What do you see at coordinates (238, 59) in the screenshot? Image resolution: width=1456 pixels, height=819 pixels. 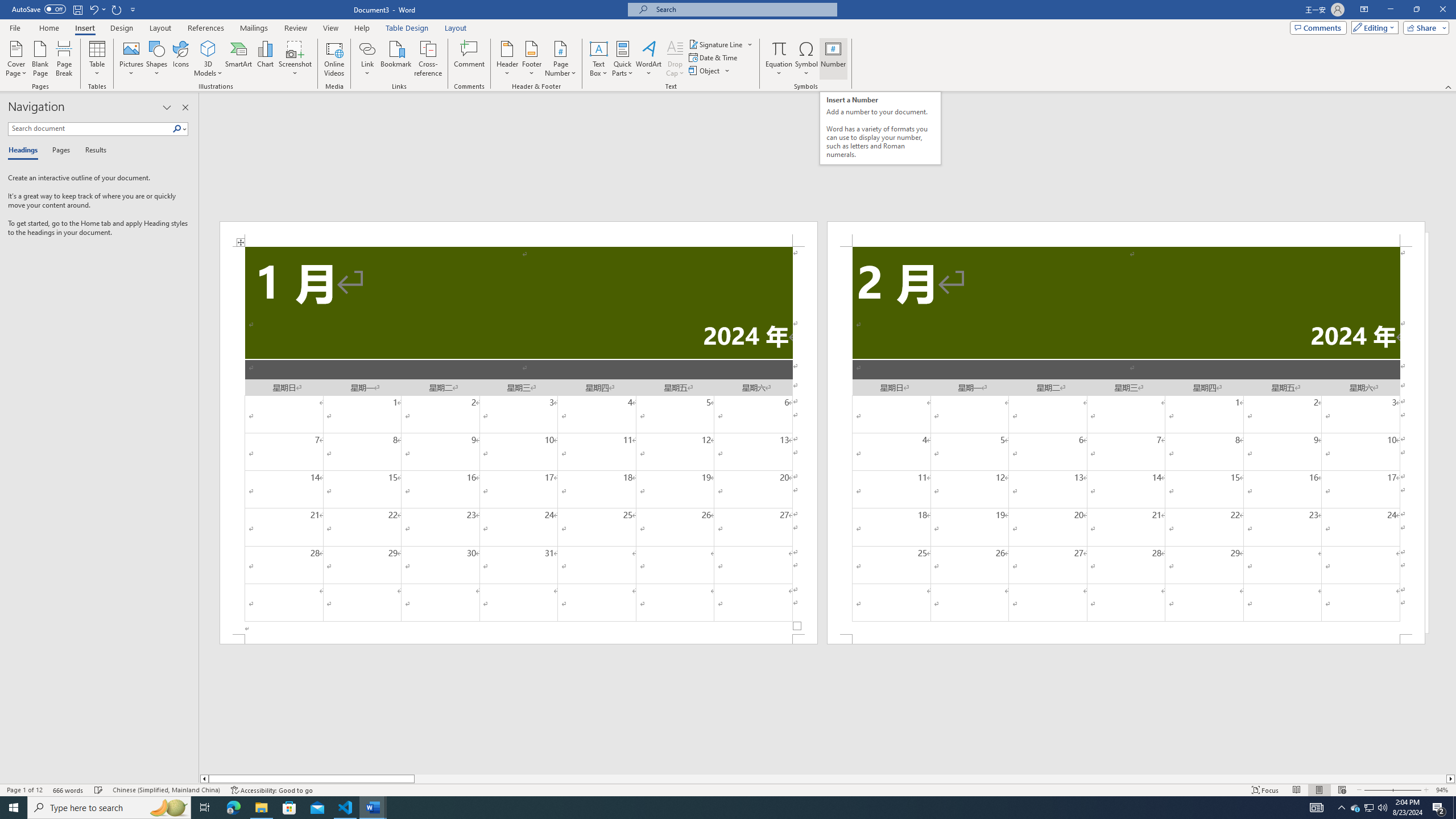 I see `'SmartArt...'` at bounding box center [238, 59].